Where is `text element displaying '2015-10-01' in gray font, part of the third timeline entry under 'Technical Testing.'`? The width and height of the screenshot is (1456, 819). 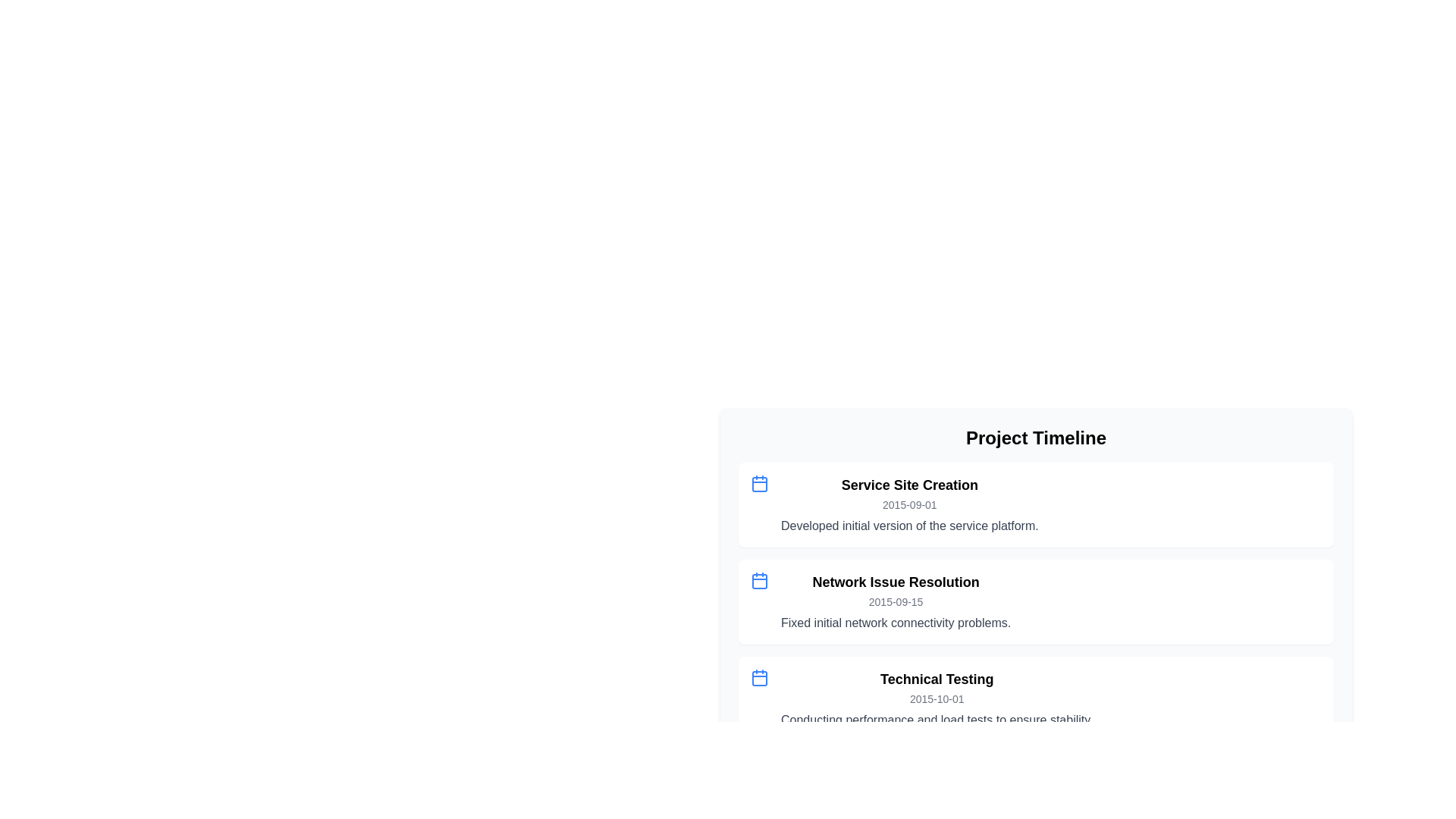
text element displaying '2015-10-01' in gray font, part of the third timeline entry under 'Technical Testing.' is located at coordinates (936, 698).